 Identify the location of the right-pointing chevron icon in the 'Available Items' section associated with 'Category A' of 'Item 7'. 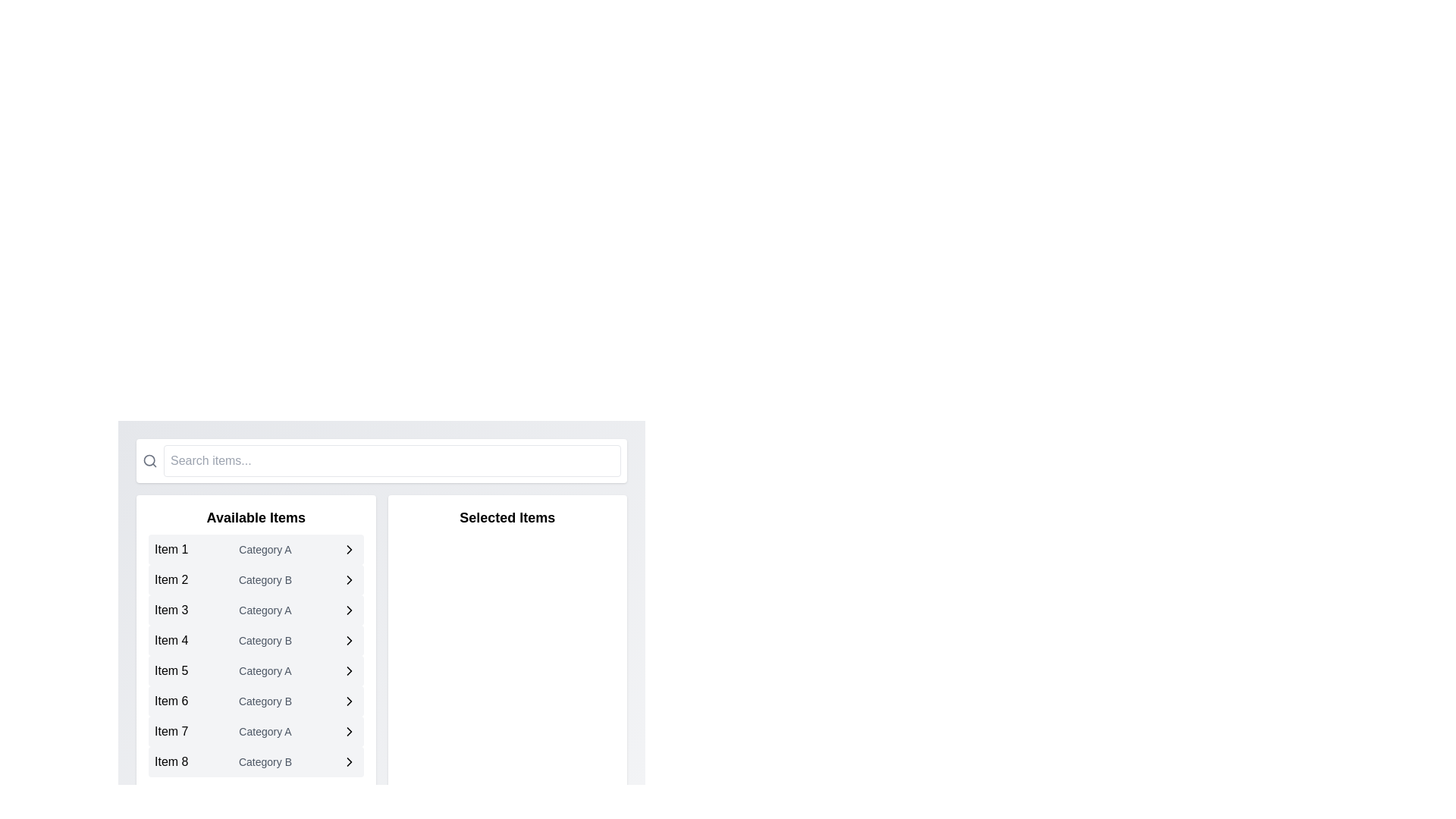
(349, 730).